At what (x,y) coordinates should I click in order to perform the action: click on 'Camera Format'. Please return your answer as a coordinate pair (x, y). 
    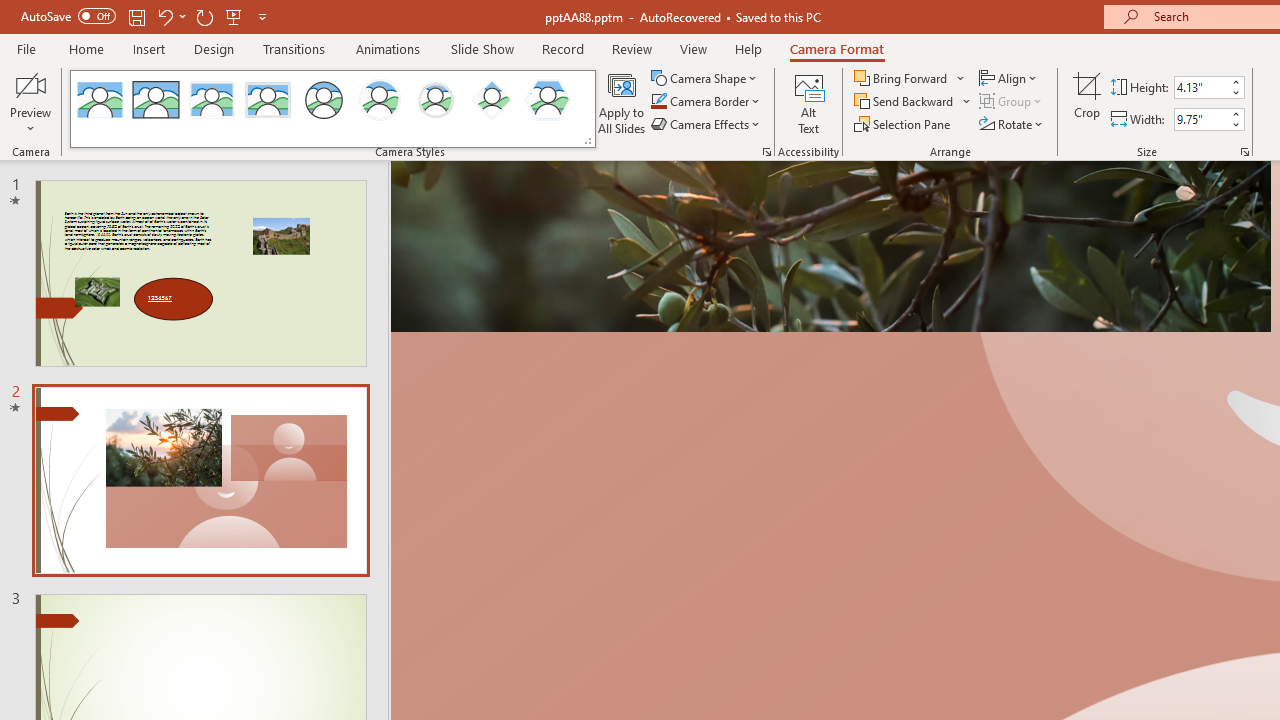
    Looking at the image, I should click on (837, 48).